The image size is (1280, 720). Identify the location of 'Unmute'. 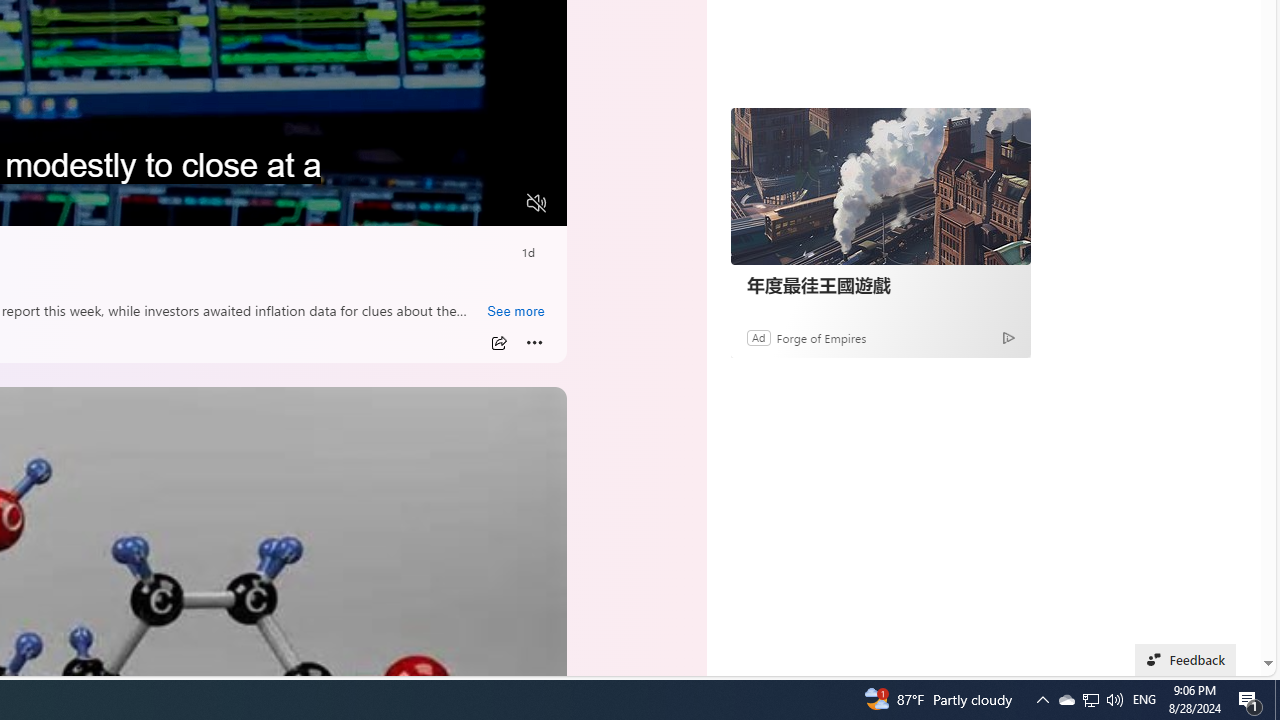
(536, 203).